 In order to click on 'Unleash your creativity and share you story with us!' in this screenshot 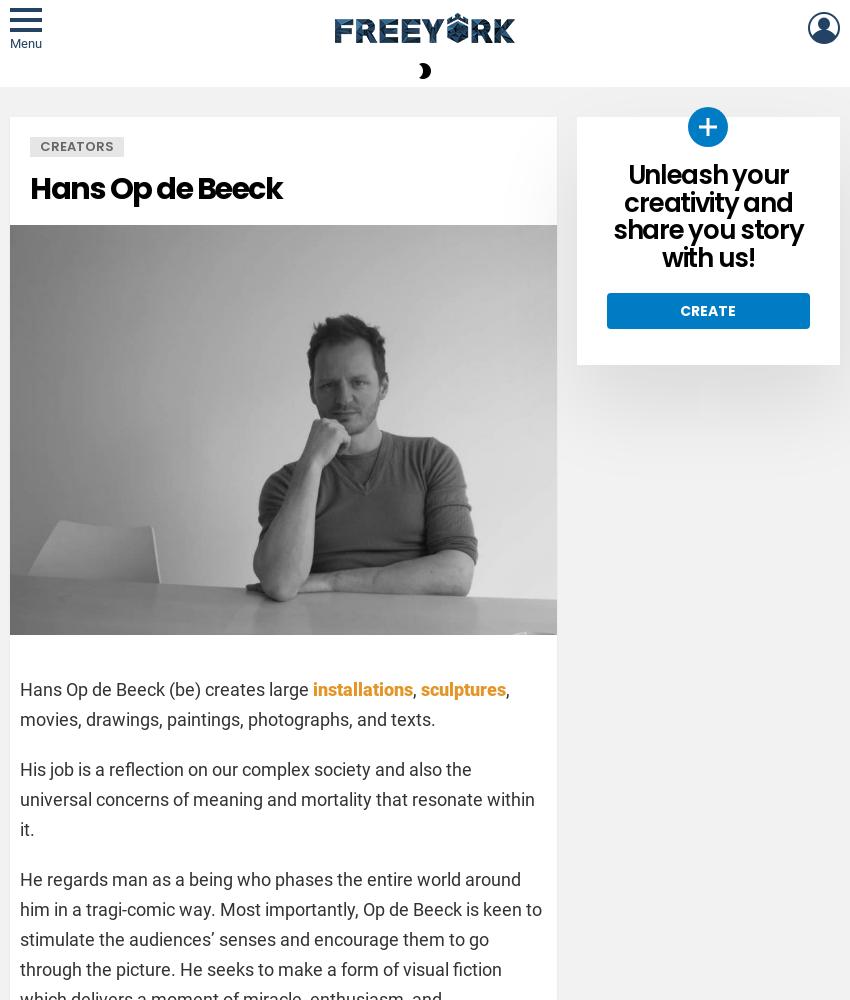, I will do `click(706, 215)`.